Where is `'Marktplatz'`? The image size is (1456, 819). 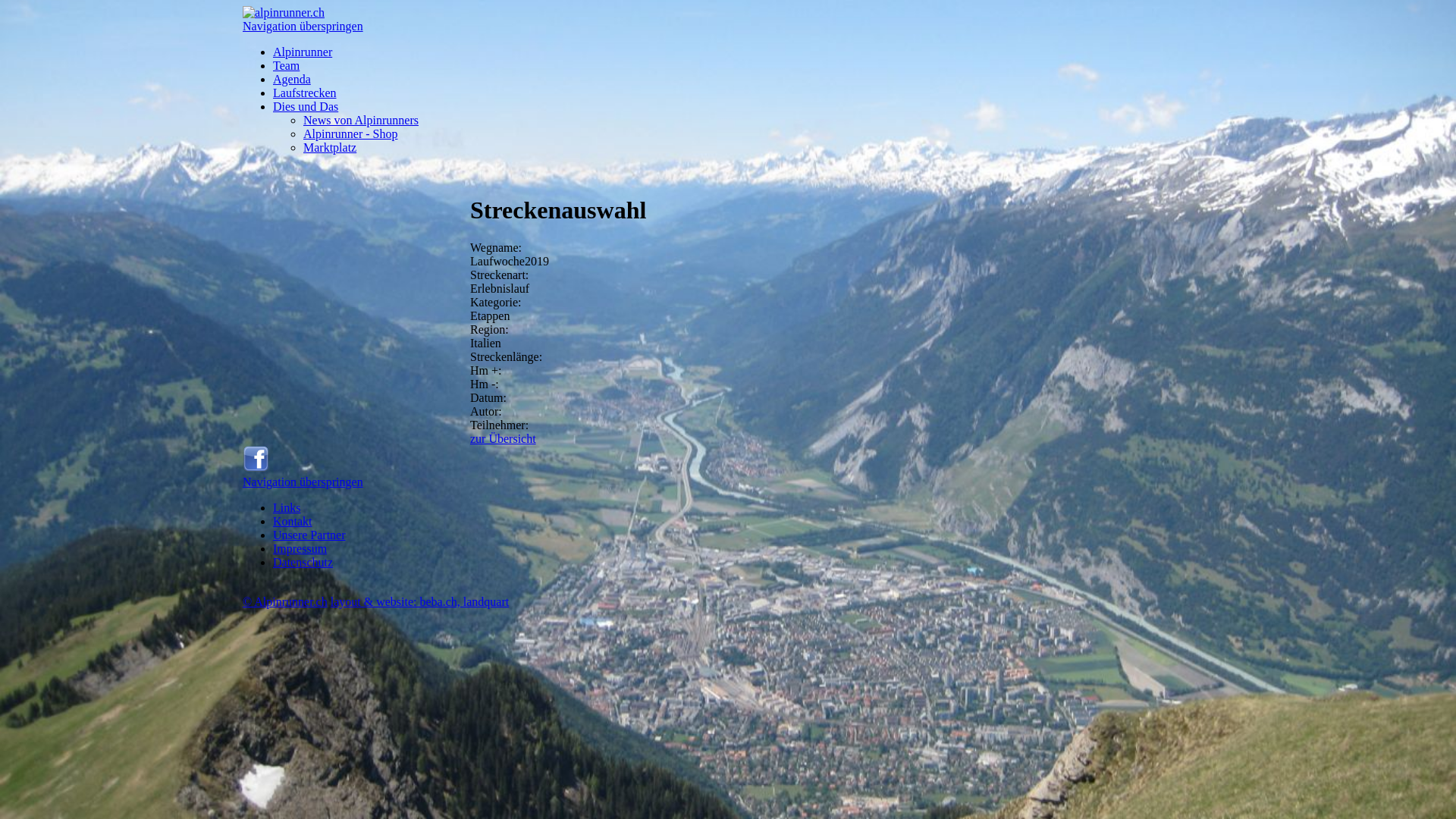
'Marktplatz' is located at coordinates (329, 147).